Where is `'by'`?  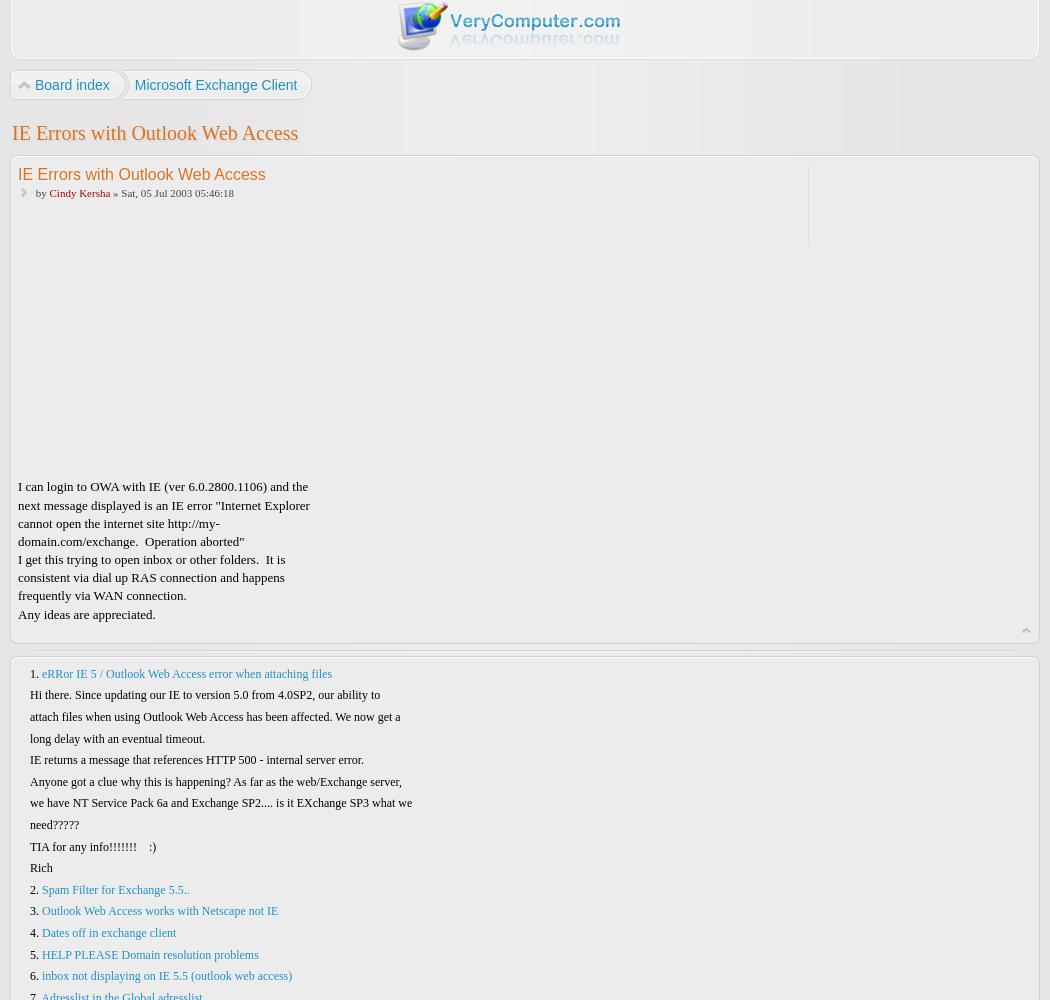
'by' is located at coordinates (39, 191).